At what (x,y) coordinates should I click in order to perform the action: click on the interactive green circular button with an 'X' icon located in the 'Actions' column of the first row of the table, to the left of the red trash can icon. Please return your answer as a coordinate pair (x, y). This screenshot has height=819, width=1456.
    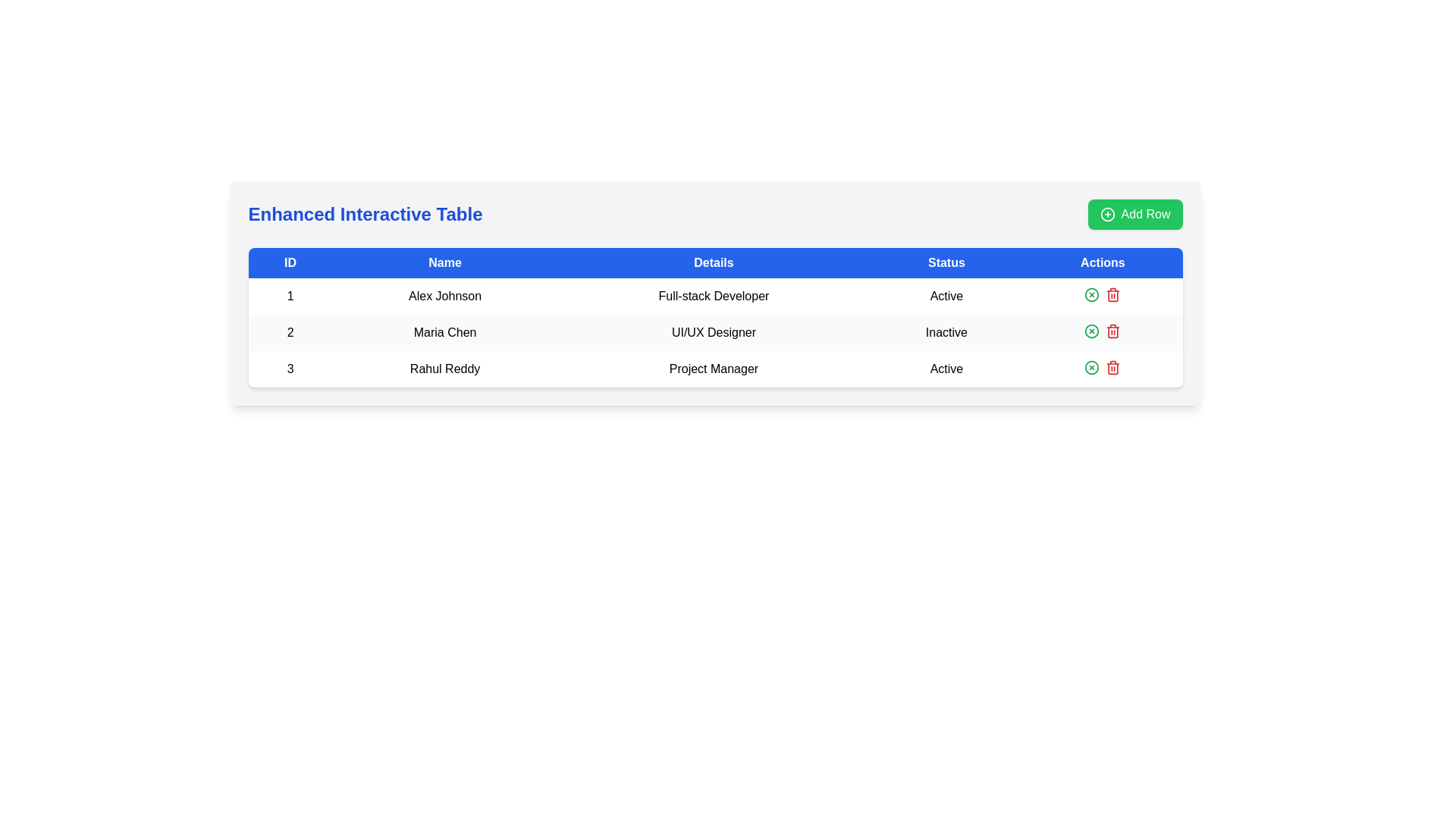
    Looking at the image, I should click on (1092, 295).